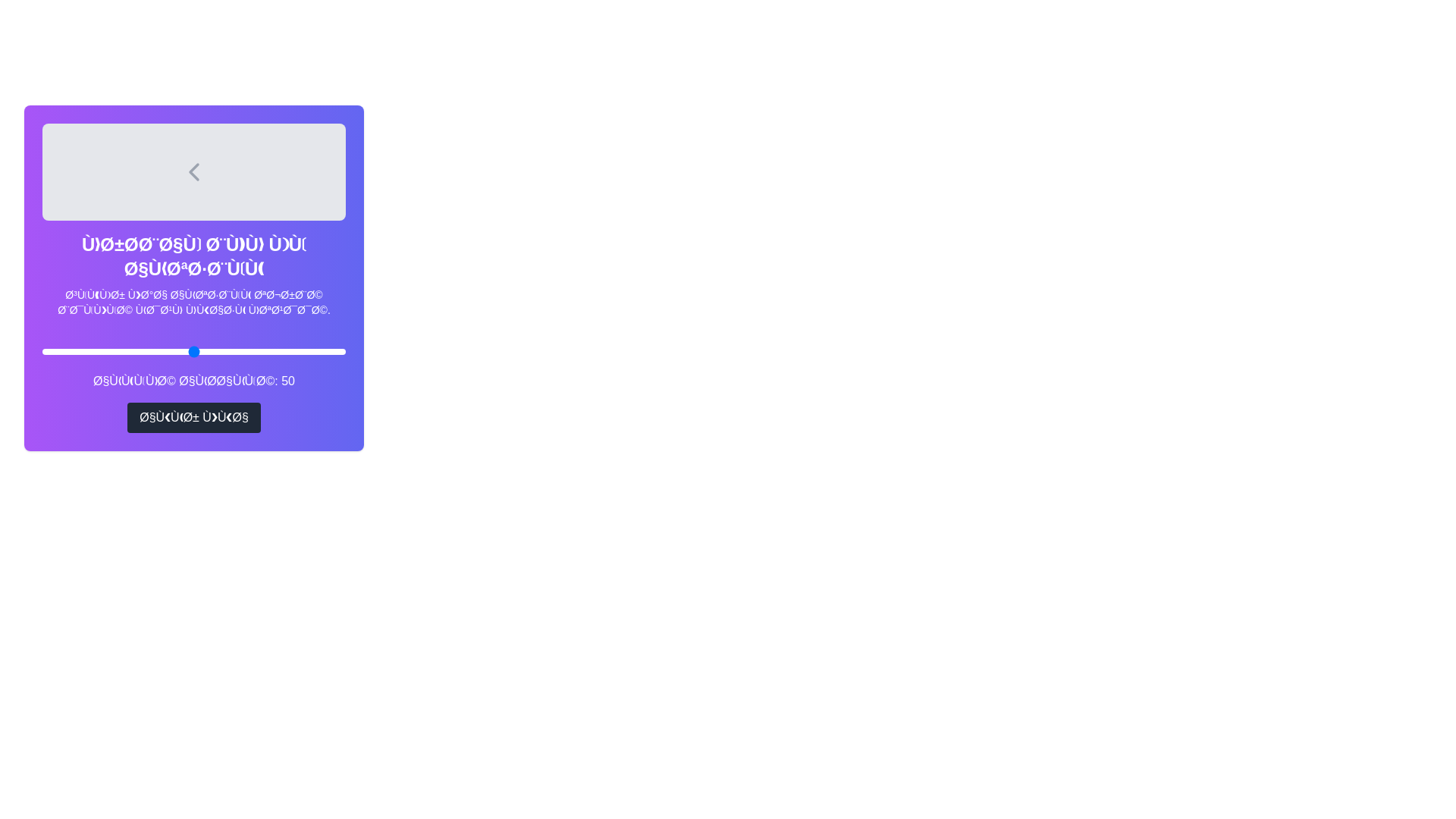  What do you see at coordinates (115, 351) in the screenshot?
I see `the slider value` at bounding box center [115, 351].